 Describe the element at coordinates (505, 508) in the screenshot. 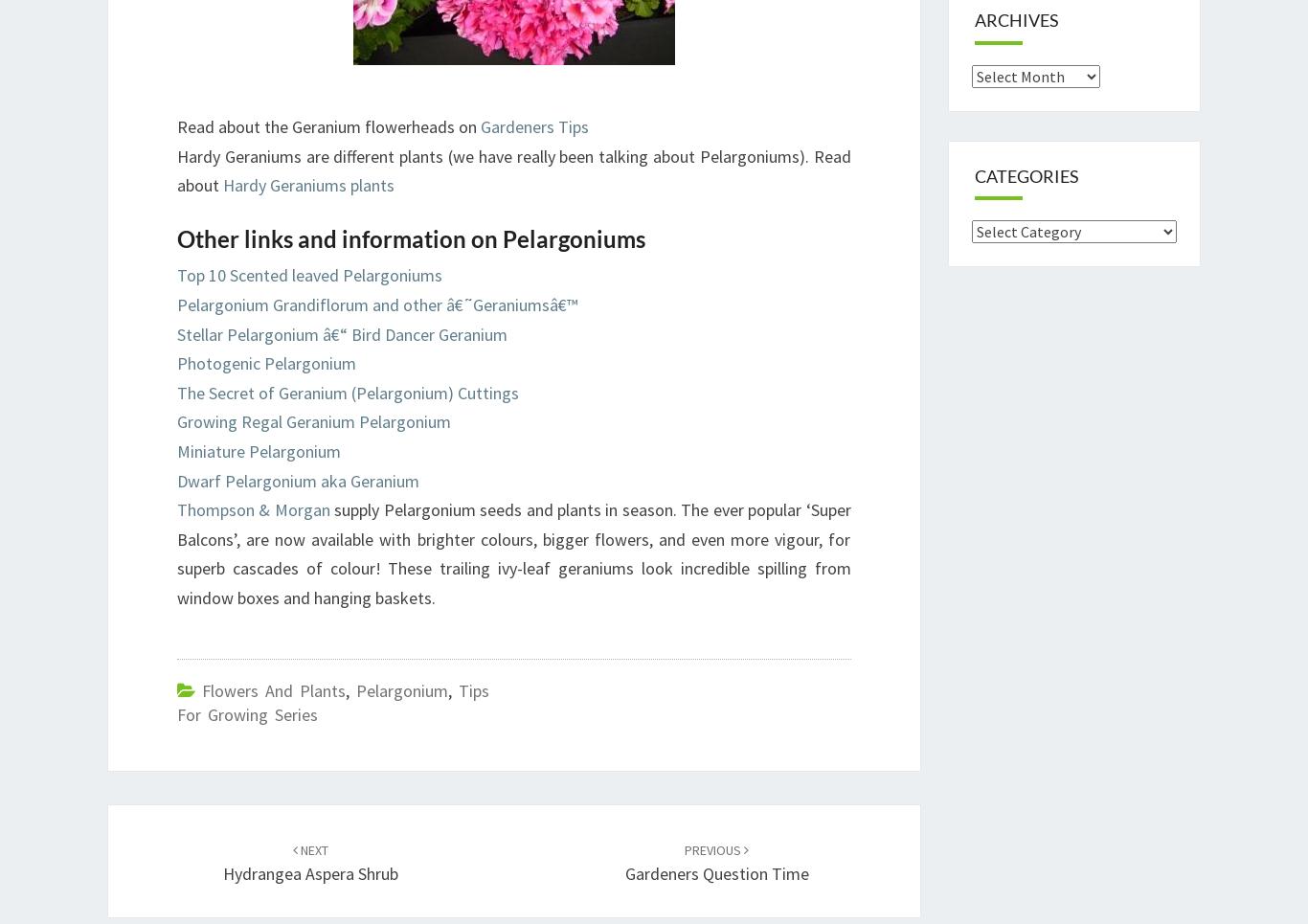

I see `'supply Pelargonium seeds and plants in season.'` at that location.